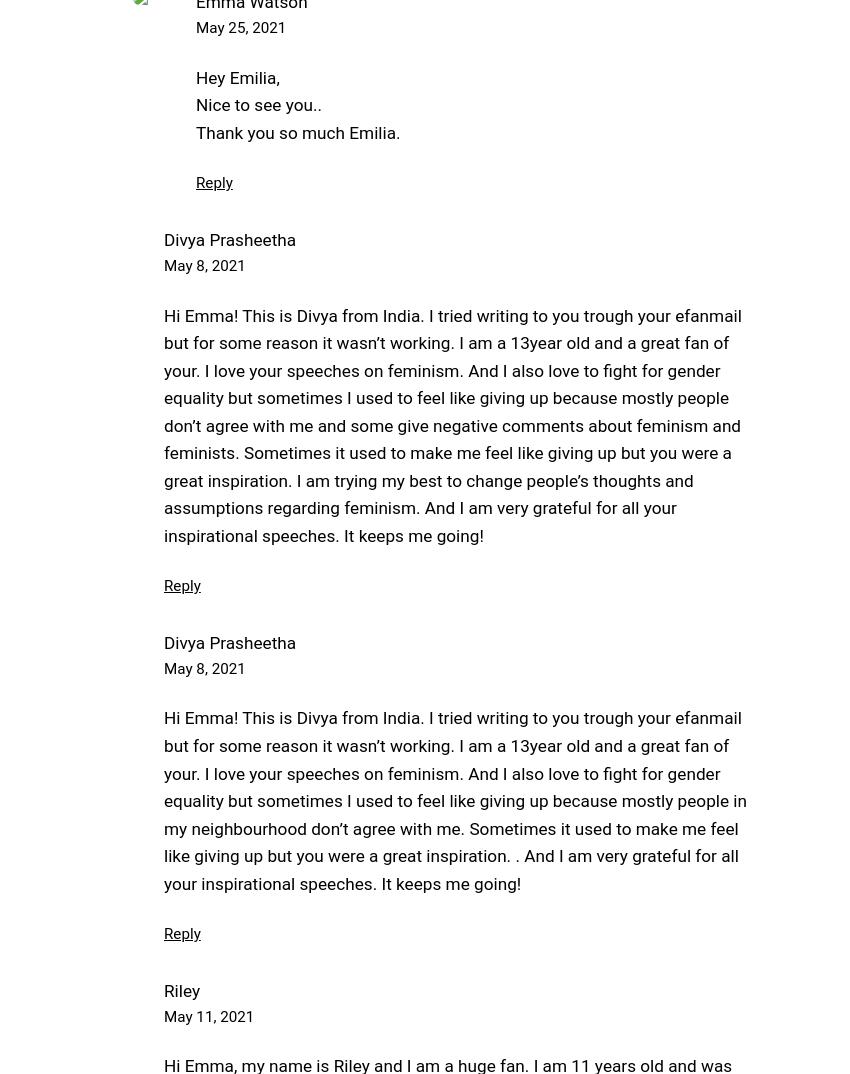 Image resolution: width=850 pixels, height=1074 pixels. Describe the element at coordinates (298, 130) in the screenshot. I see `'Thank you so much Emilia.'` at that location.